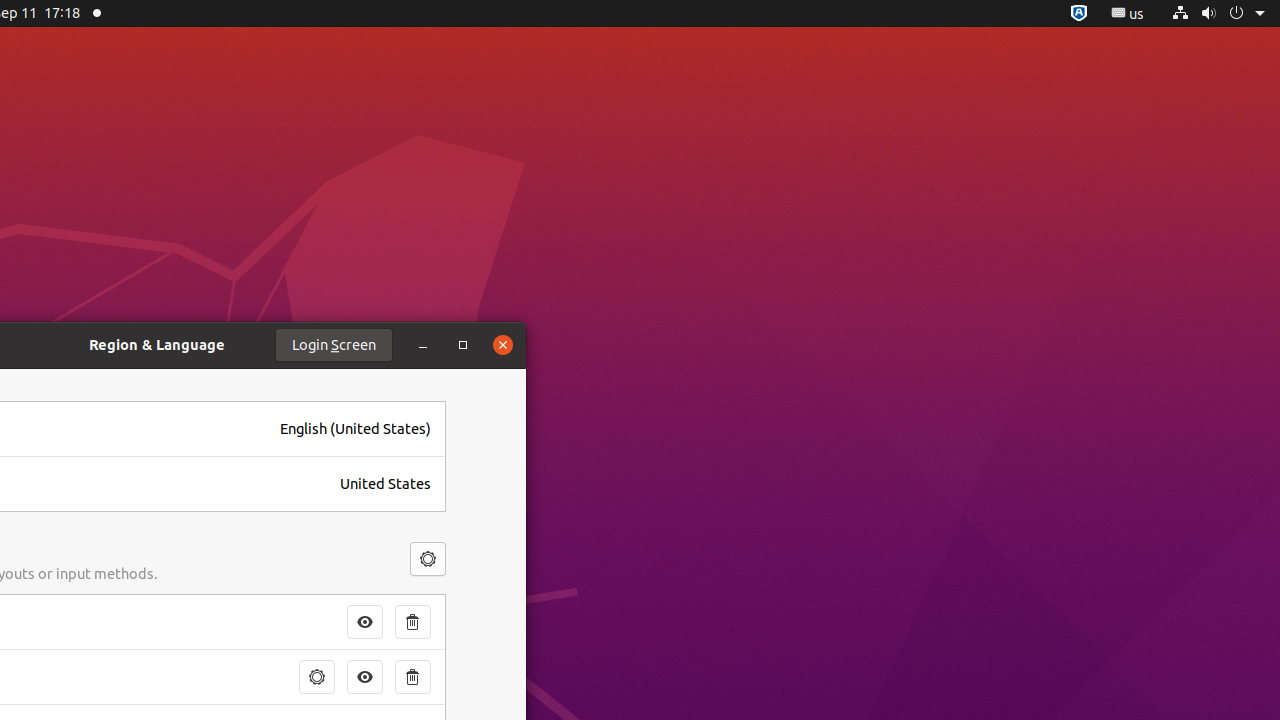 This screenshot has height=720, width=1280. What do you see at coordinates (1127, 13) in the screenshot?
I see `':1.21/StatusNotifierItem'` at bounding box center [1127, 13].